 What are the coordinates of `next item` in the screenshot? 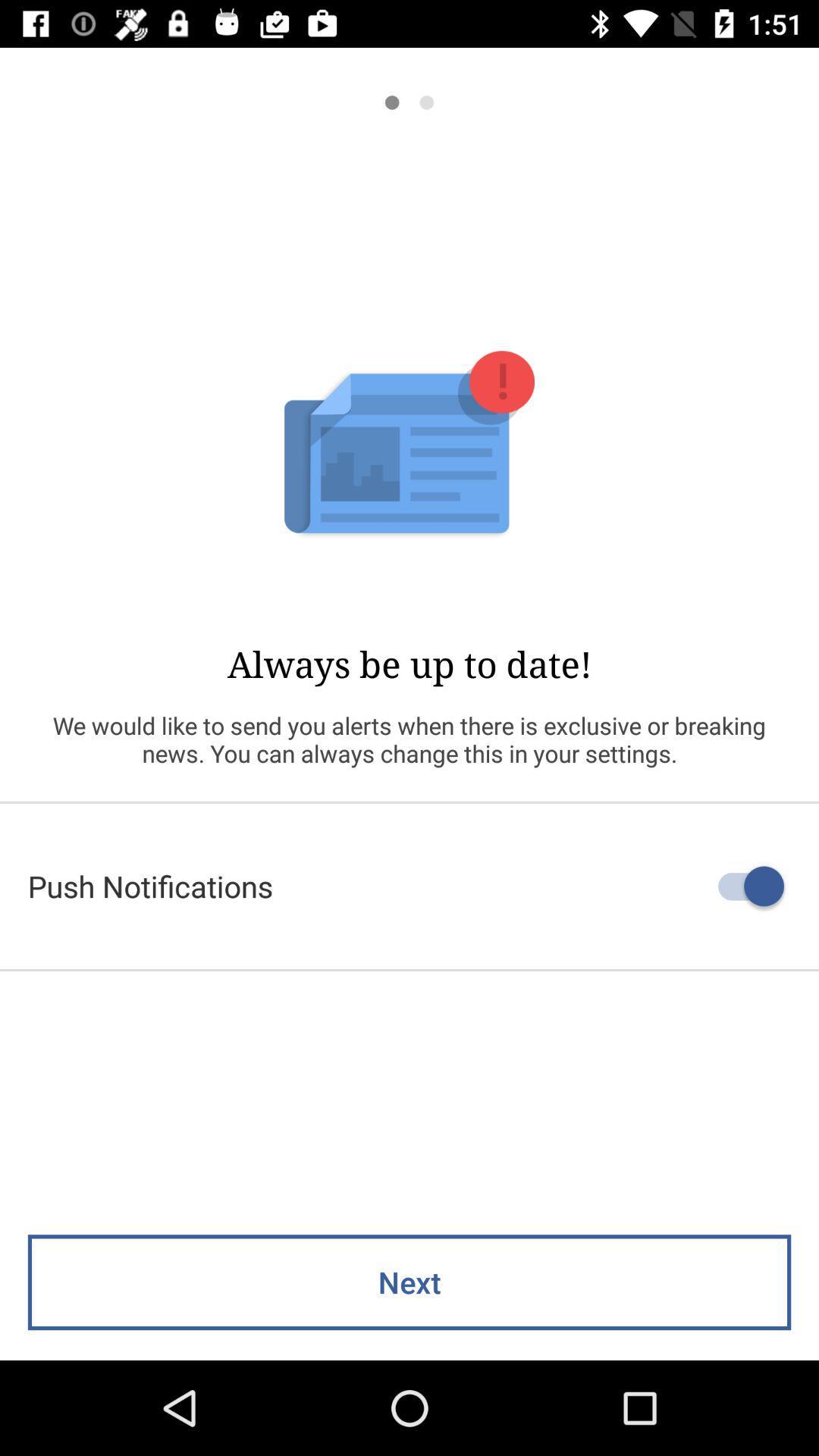 It's located at (409, 1282).